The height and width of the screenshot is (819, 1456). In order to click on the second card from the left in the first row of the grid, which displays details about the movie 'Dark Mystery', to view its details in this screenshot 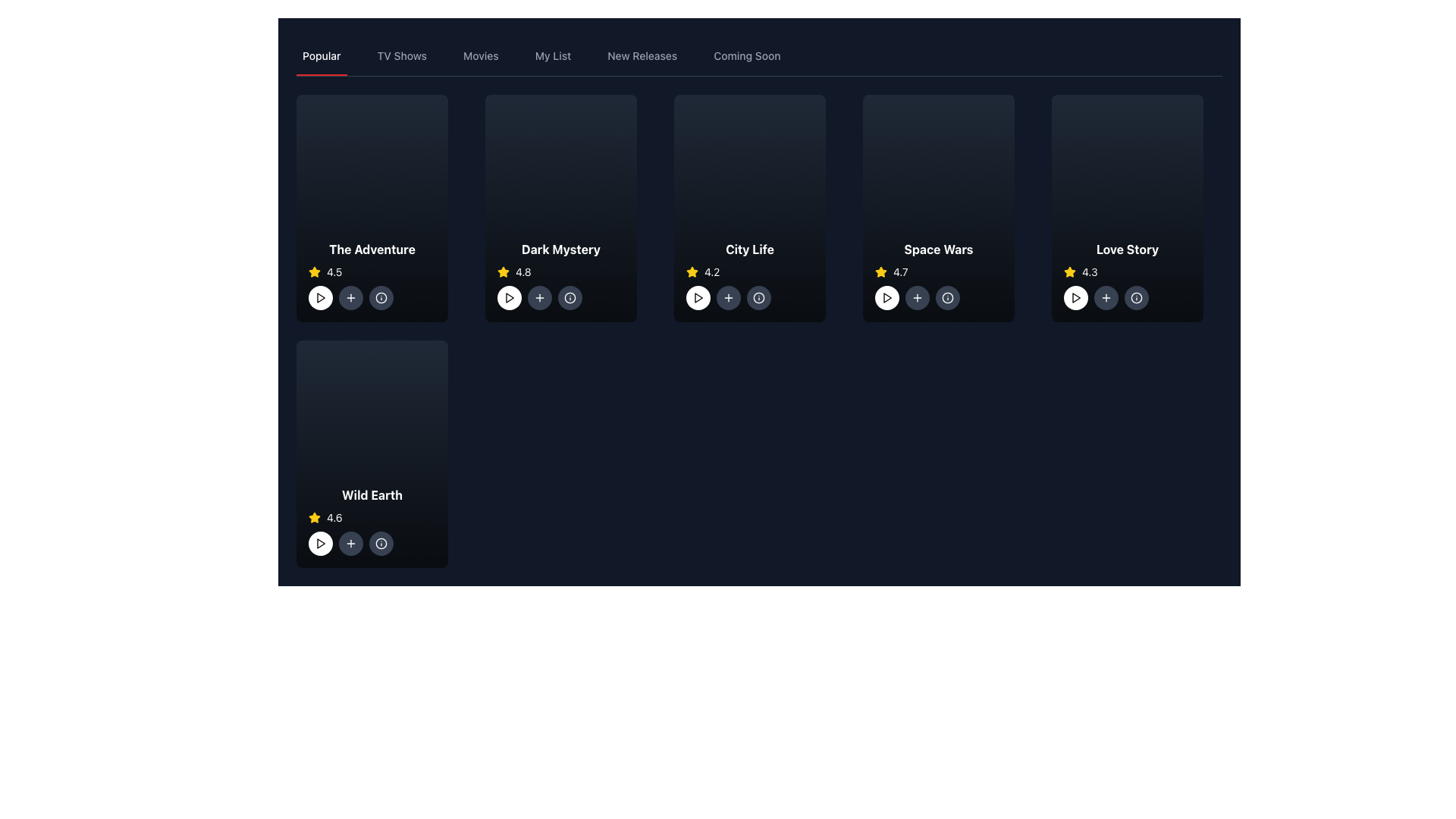, I will do `click(560, 208)`.